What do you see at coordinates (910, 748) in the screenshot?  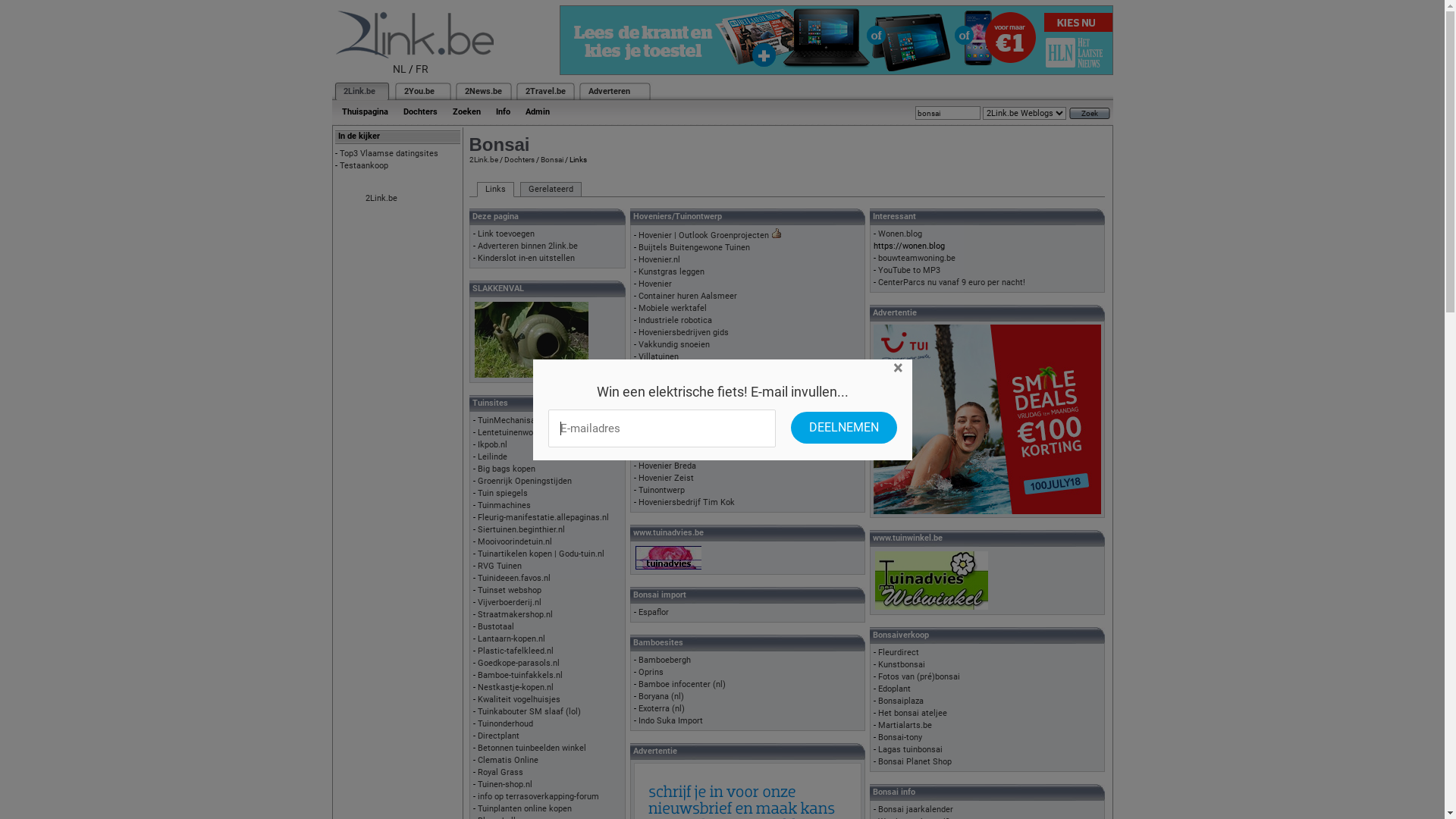 I see `'Lagas tuinbonsai'` at bounding box center [910, 748].